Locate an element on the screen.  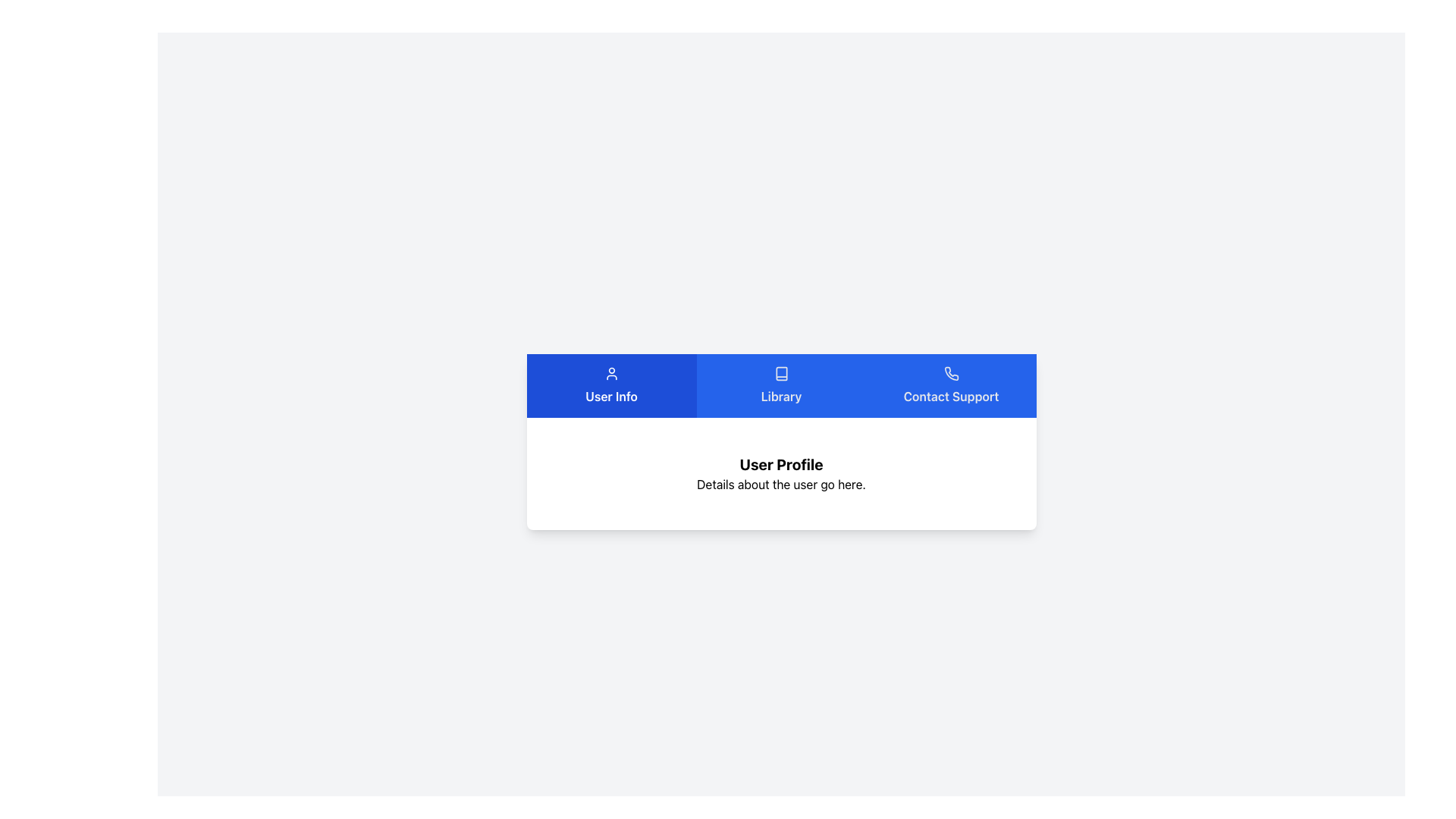
properties of the phone icon located in the 'Contact Support' tab within the blue header bar of the application is located at coordinates (950, 374).